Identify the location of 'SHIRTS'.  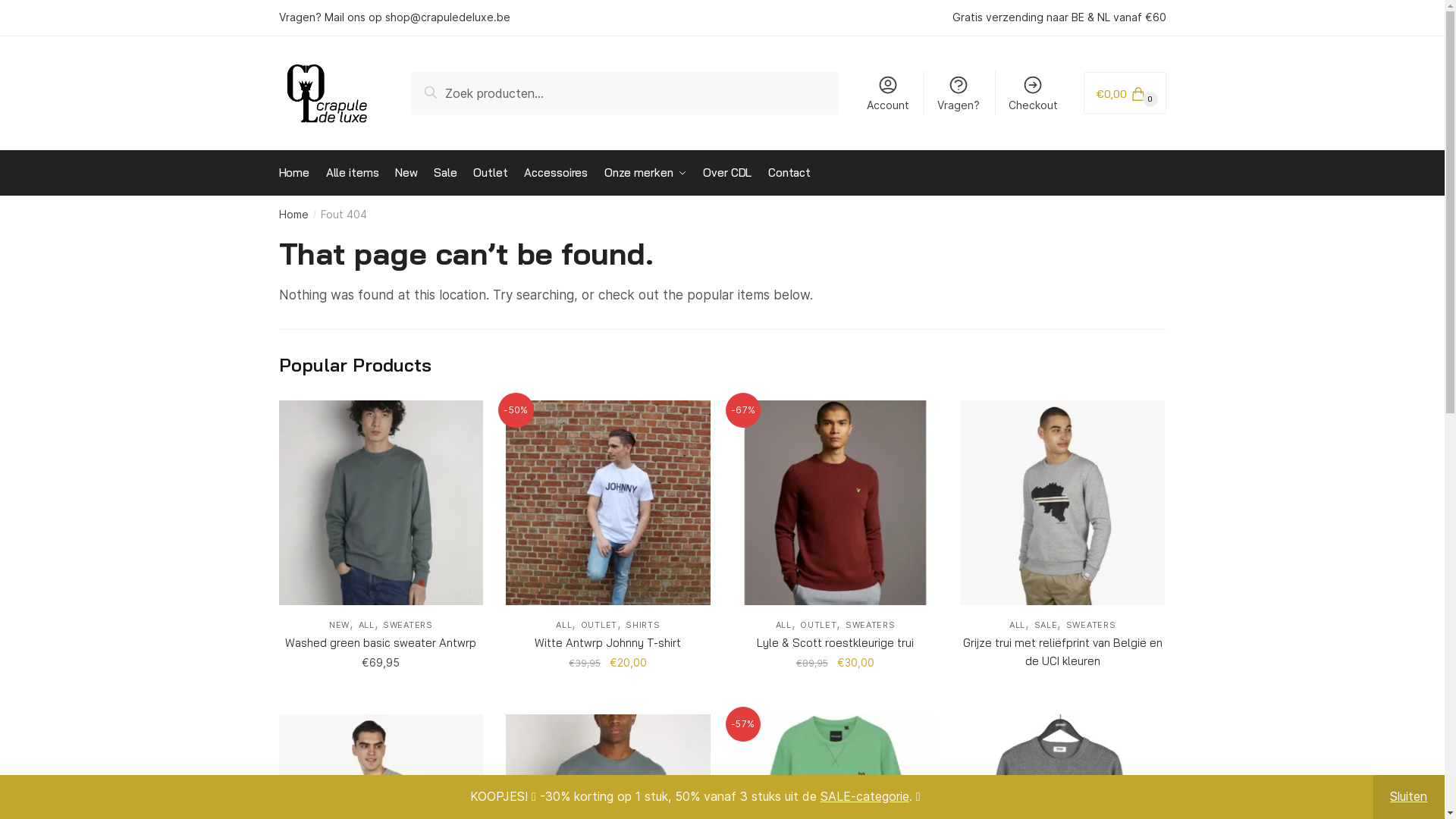
(642, 625).